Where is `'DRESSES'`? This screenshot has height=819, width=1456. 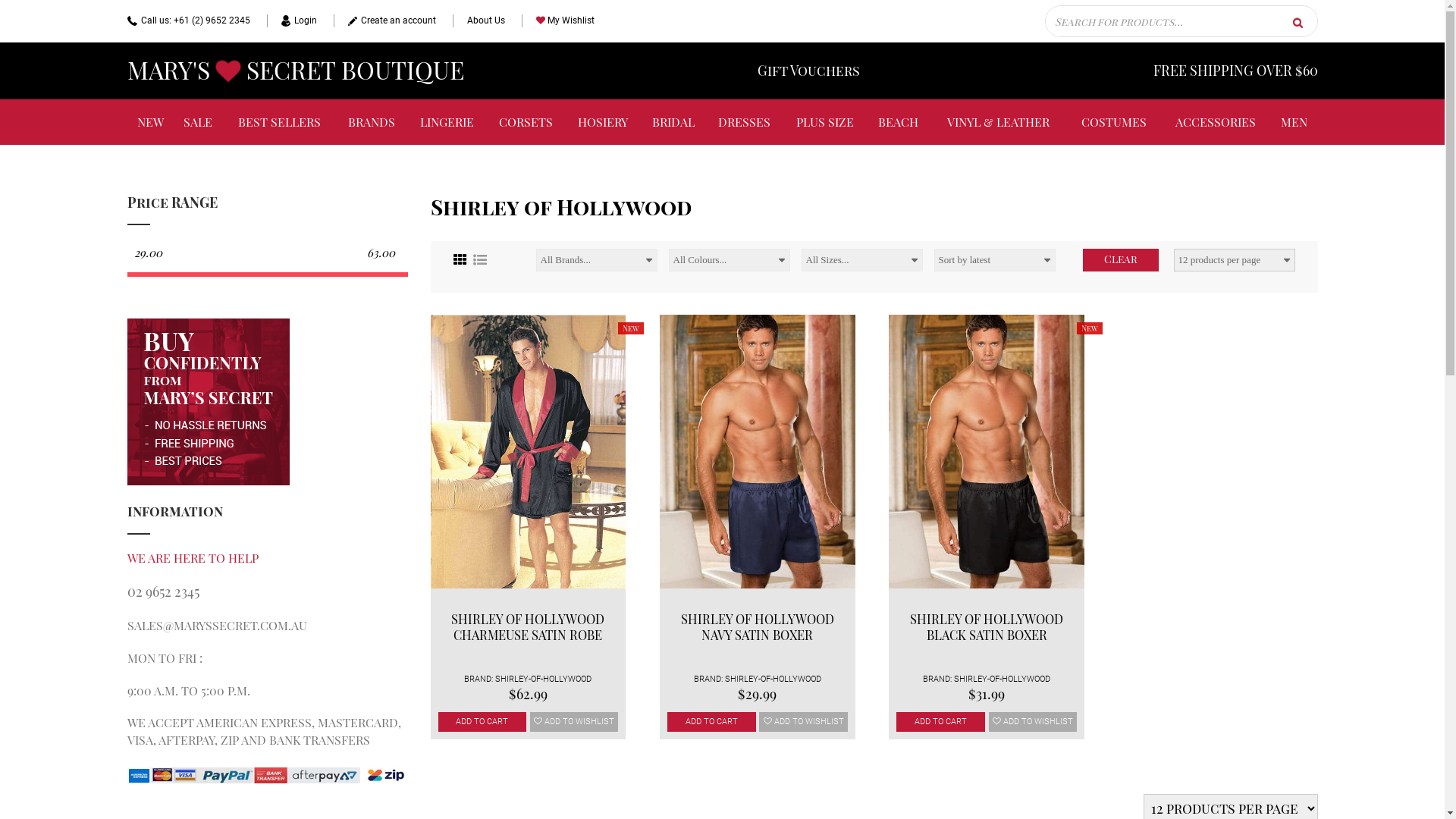
'DRESSES' is located at coordinates (745, 121).